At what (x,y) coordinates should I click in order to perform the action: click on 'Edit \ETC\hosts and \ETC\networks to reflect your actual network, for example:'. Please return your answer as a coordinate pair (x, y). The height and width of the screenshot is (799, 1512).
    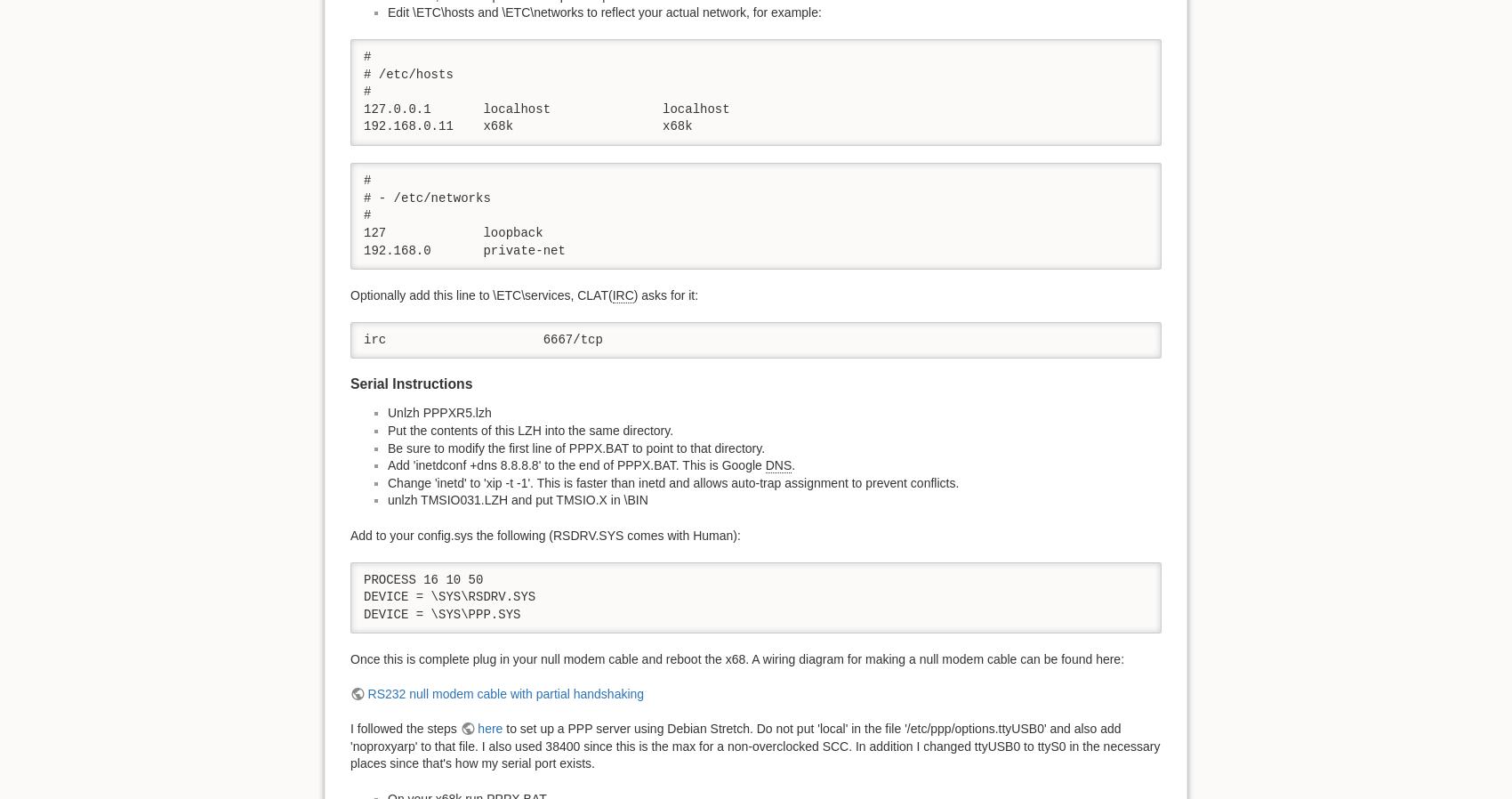
    Looking at the image, I should click on (604, 12).